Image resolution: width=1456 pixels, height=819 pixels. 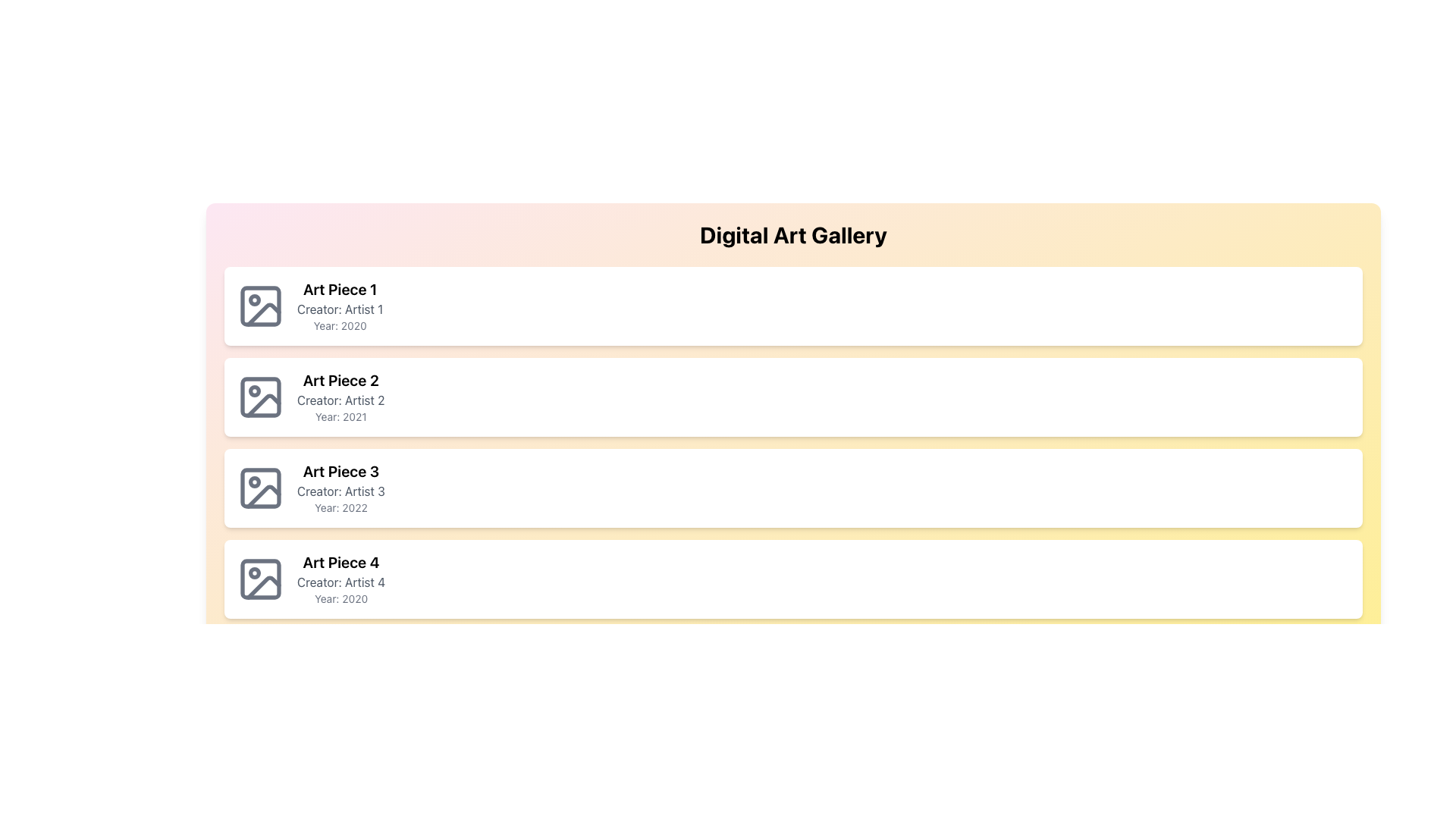 I want to click on the static text label displaying the year associated with 'Art Piece 2', which is positioned below the 'Creator: Artist 2' text, so click(x=340, y=417).